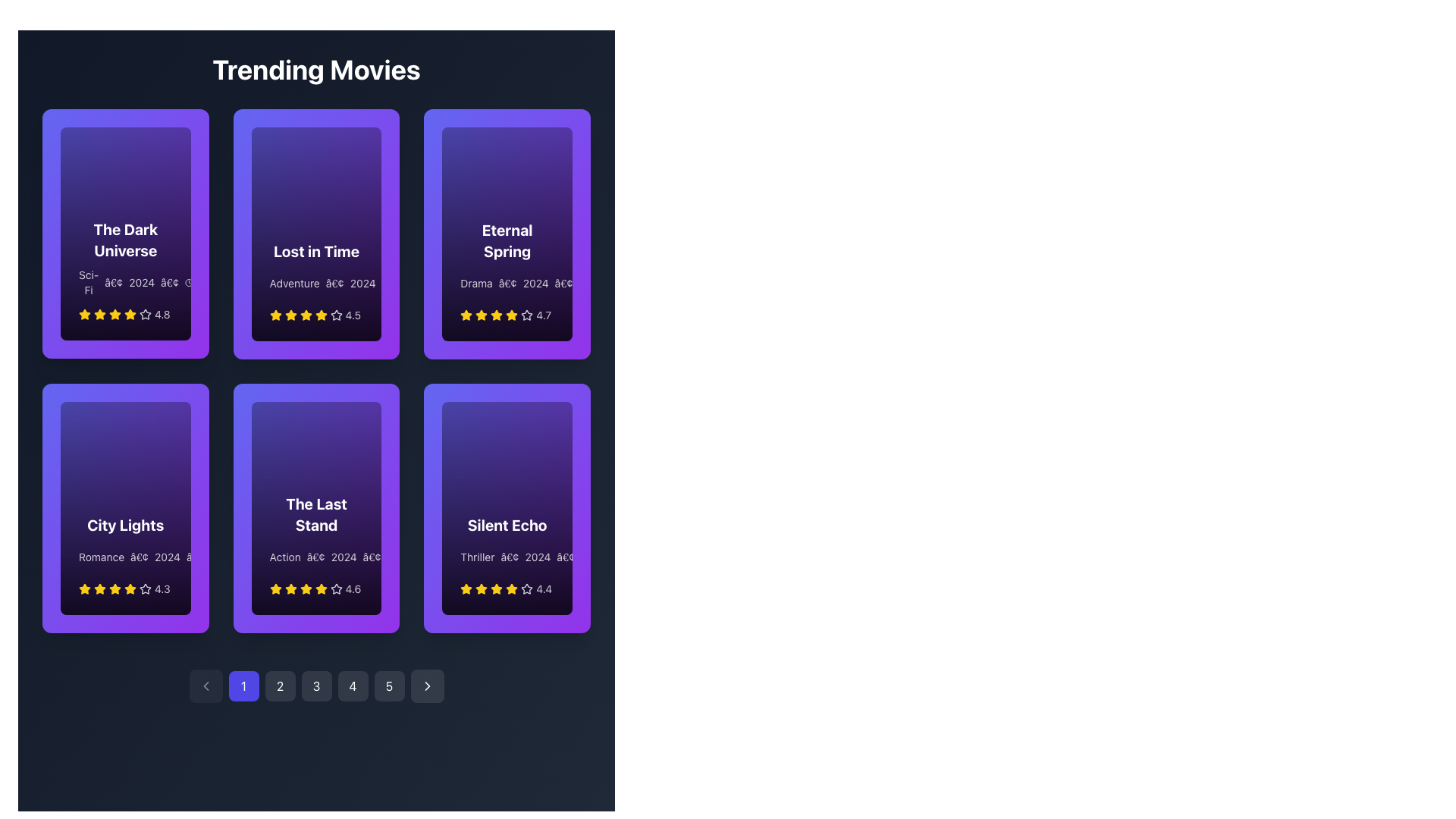 The image size is (1456, 819). Describe the element at coordinates (125, 508) in the screenshot. I see `the Informational card for the movie 'City Lights', located in the second row and first column of the 'Trending Movies' grid layout` at that location.